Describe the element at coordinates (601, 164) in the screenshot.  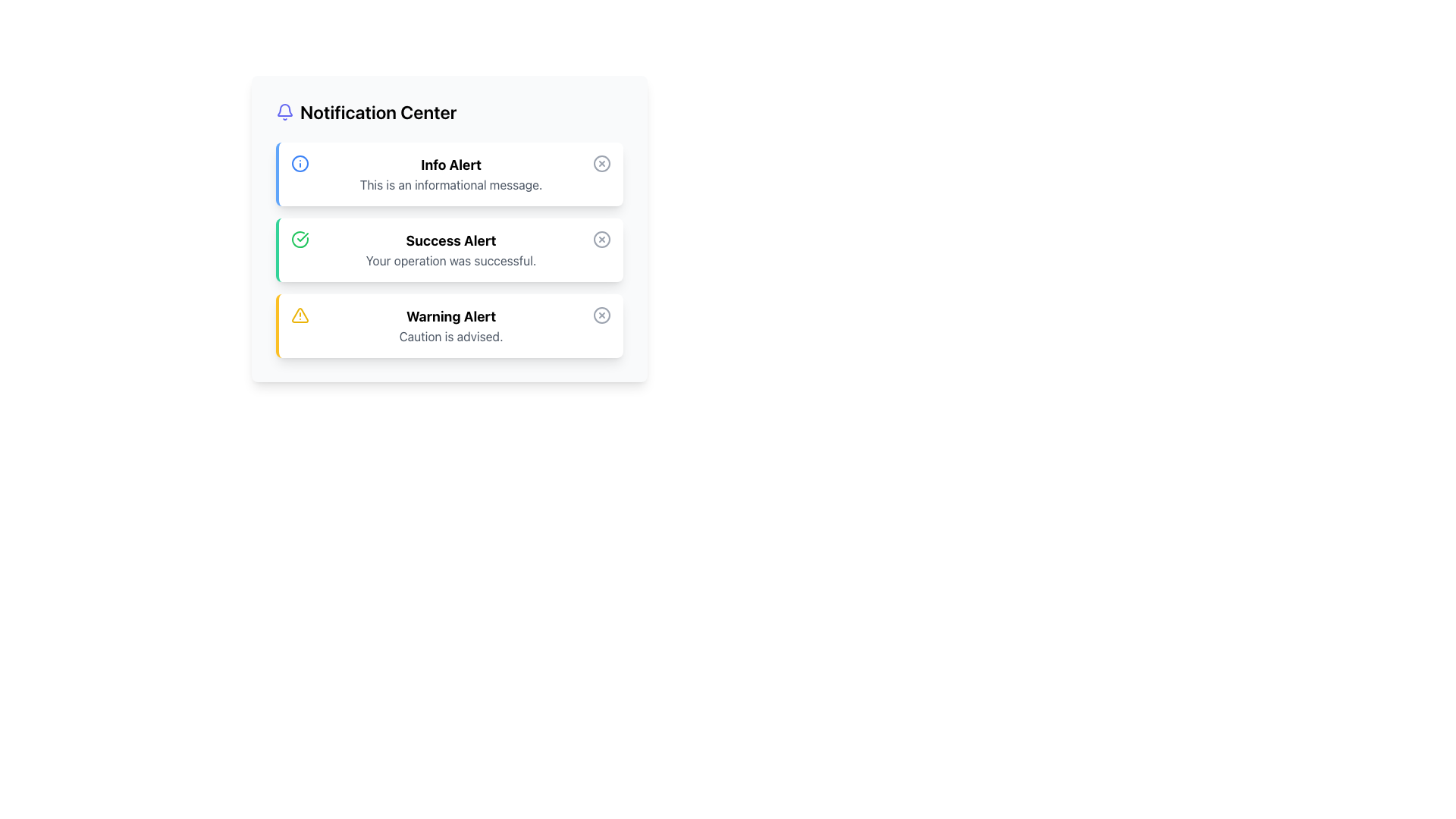
I see `the circular button with a gray border and 'X' icon in the top-right corner of the 'Info Alert' notification` at that location.